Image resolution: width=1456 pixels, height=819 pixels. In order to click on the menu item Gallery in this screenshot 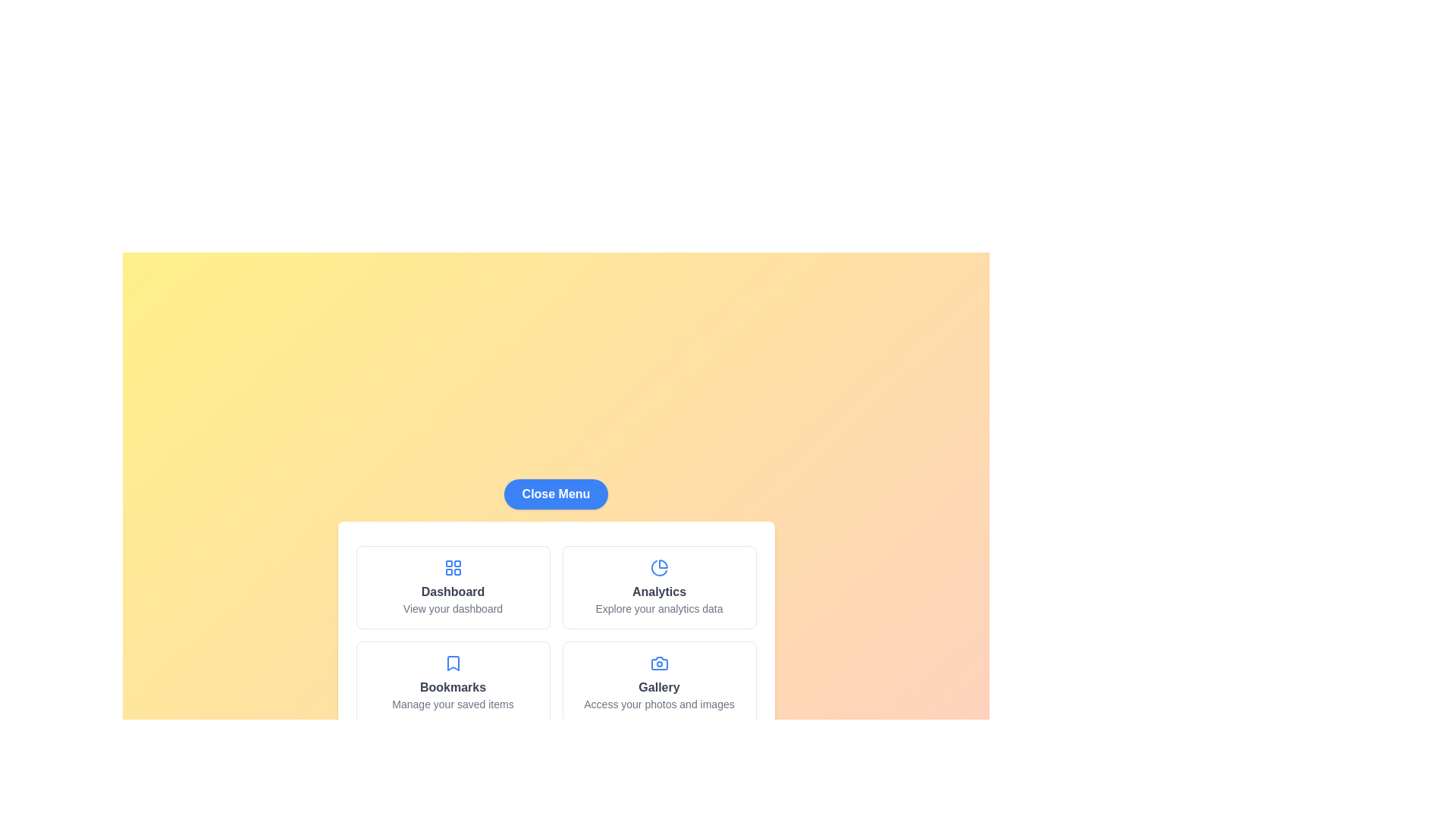, I will do `click(659, 683)`.